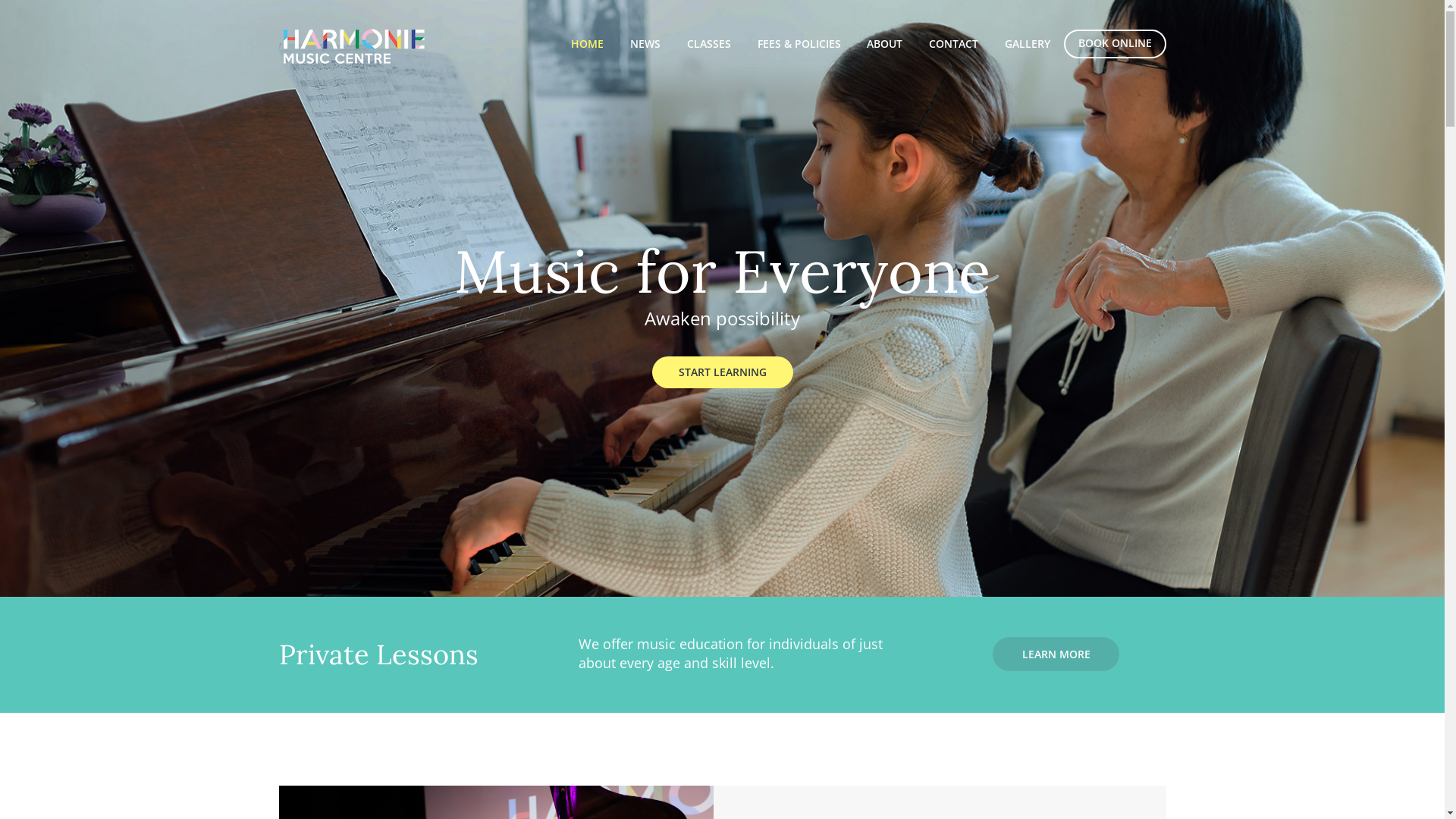 The height and width of the screenshot is (819, 1456). Describe the element at coordinates (1055, 654) in the screenshot. I see `'LEARN MORE'` at that location.